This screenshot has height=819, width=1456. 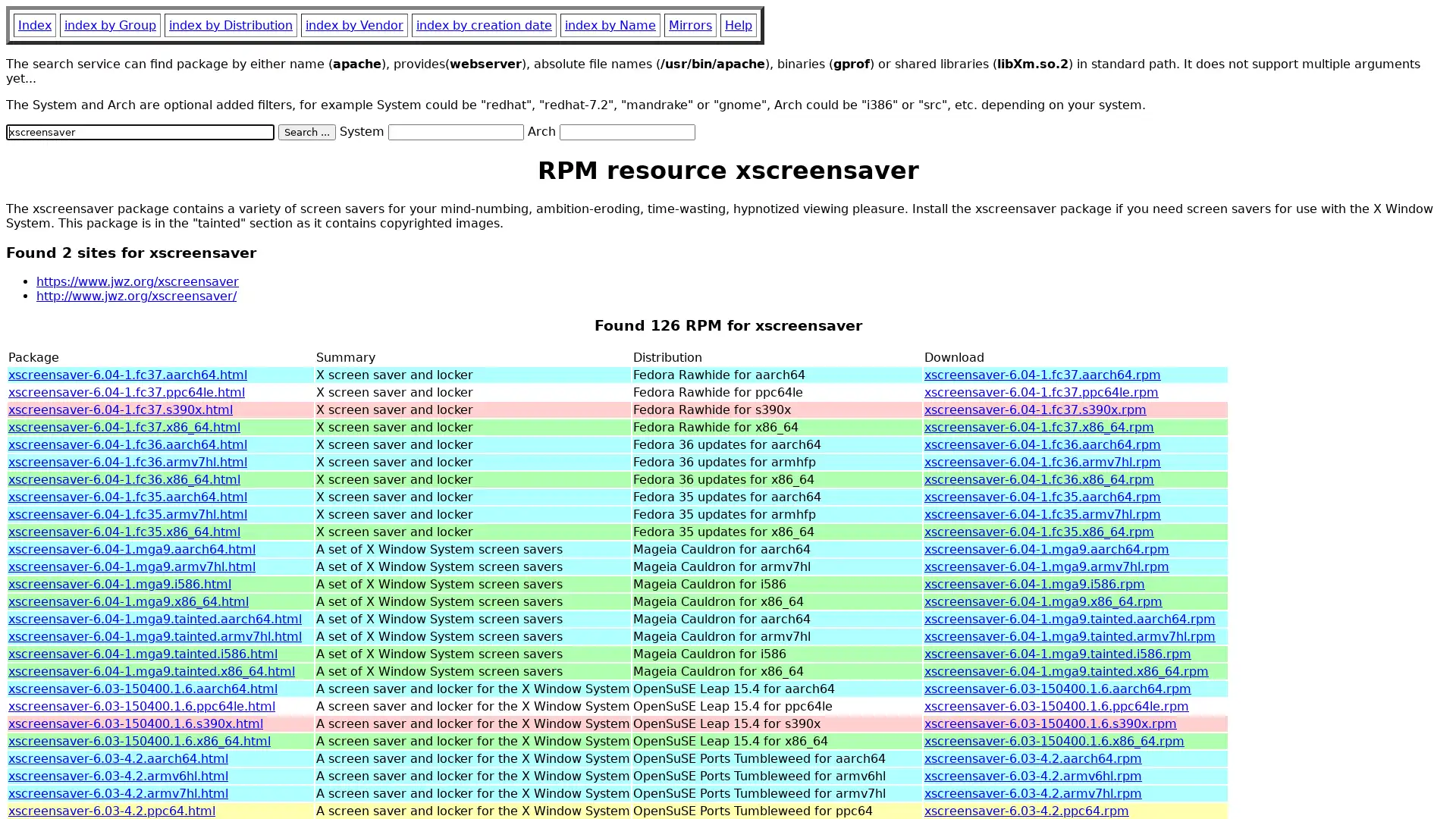 I want to click on Search ..., so click(x=306, y=131).